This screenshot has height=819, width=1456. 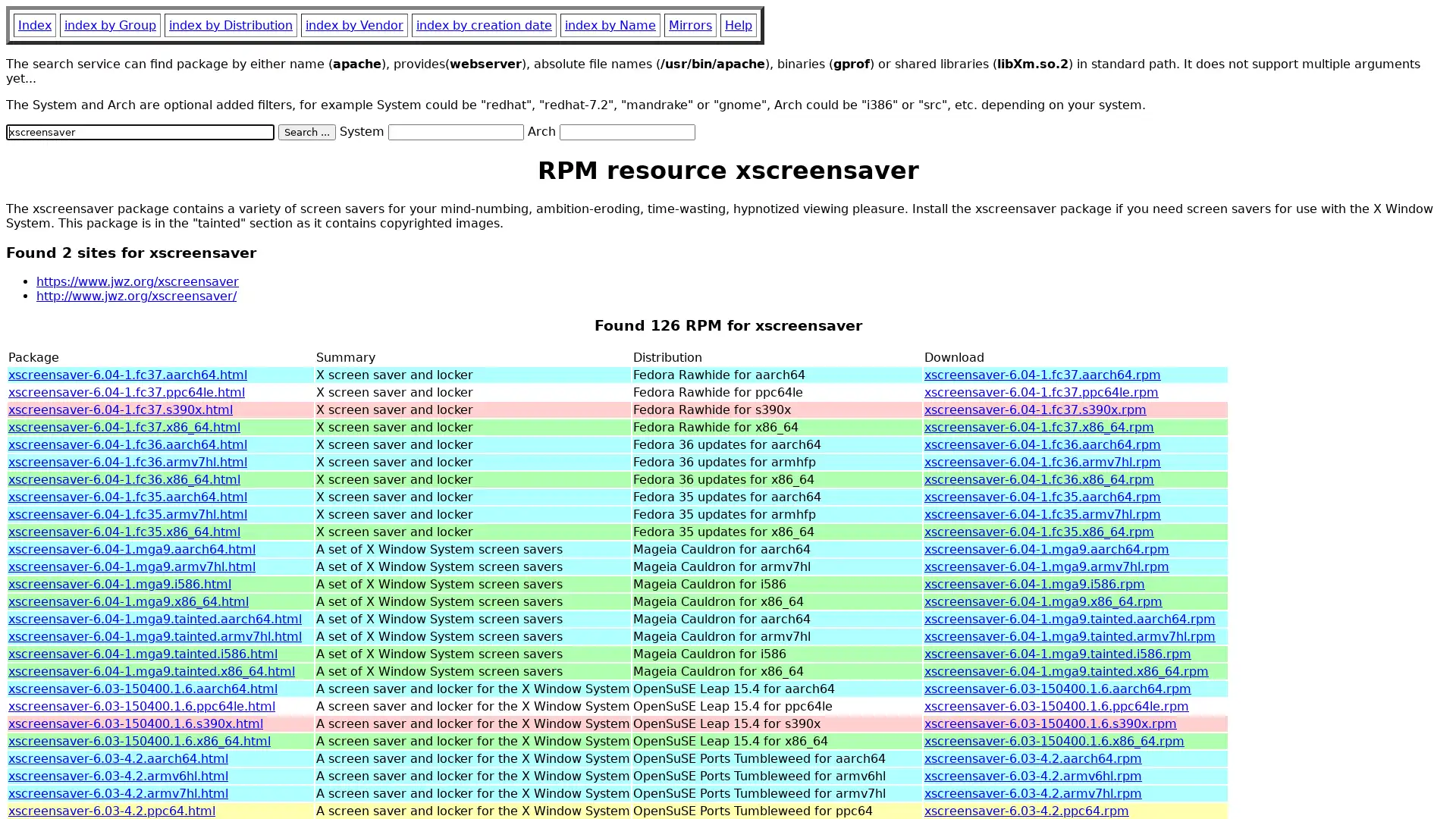 I want to click on Search ..., so click(x=306, y=131).